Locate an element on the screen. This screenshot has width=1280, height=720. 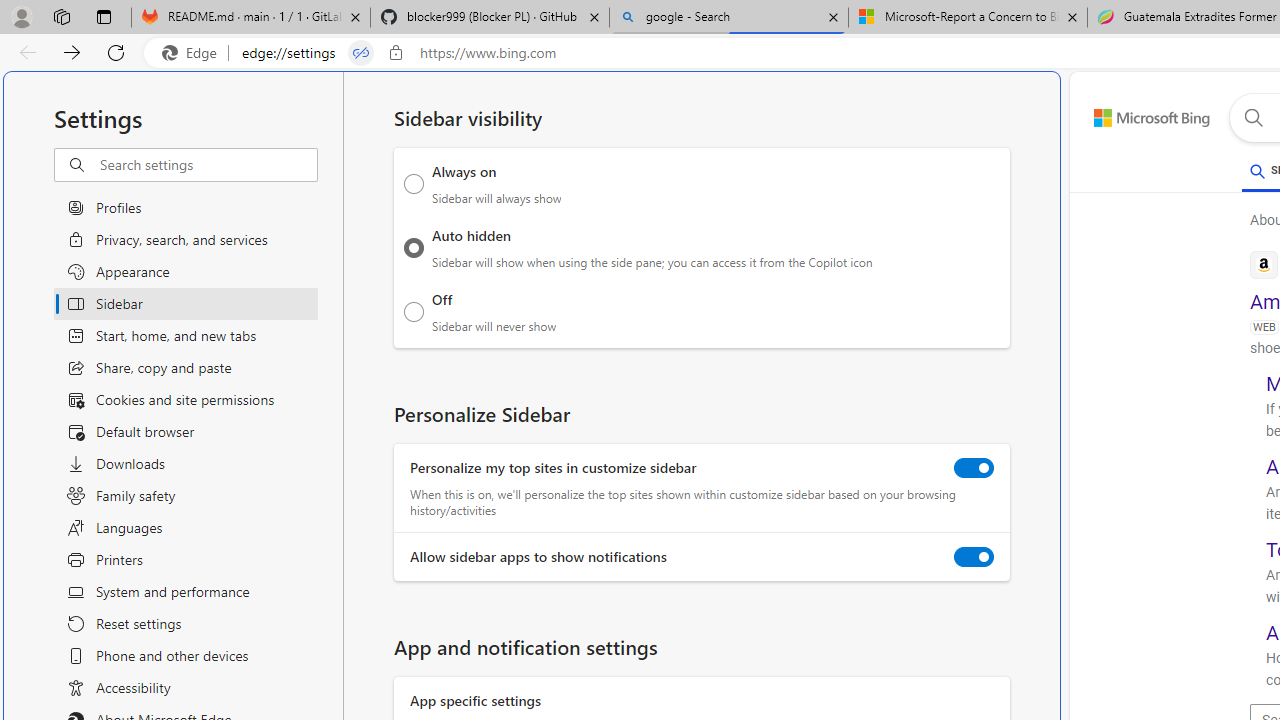
'Search settings' is located at coordinates (208, 164).